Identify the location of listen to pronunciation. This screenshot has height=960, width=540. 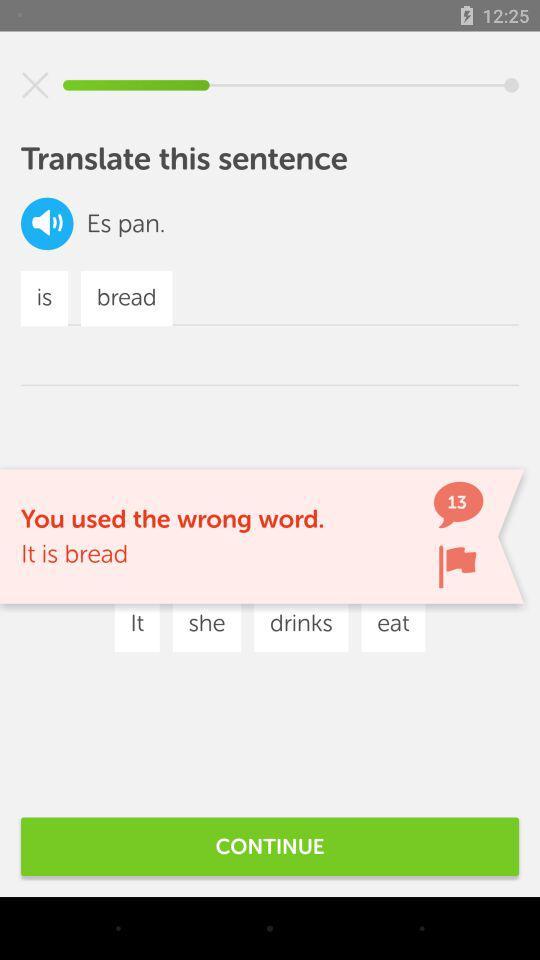
(47, 223).